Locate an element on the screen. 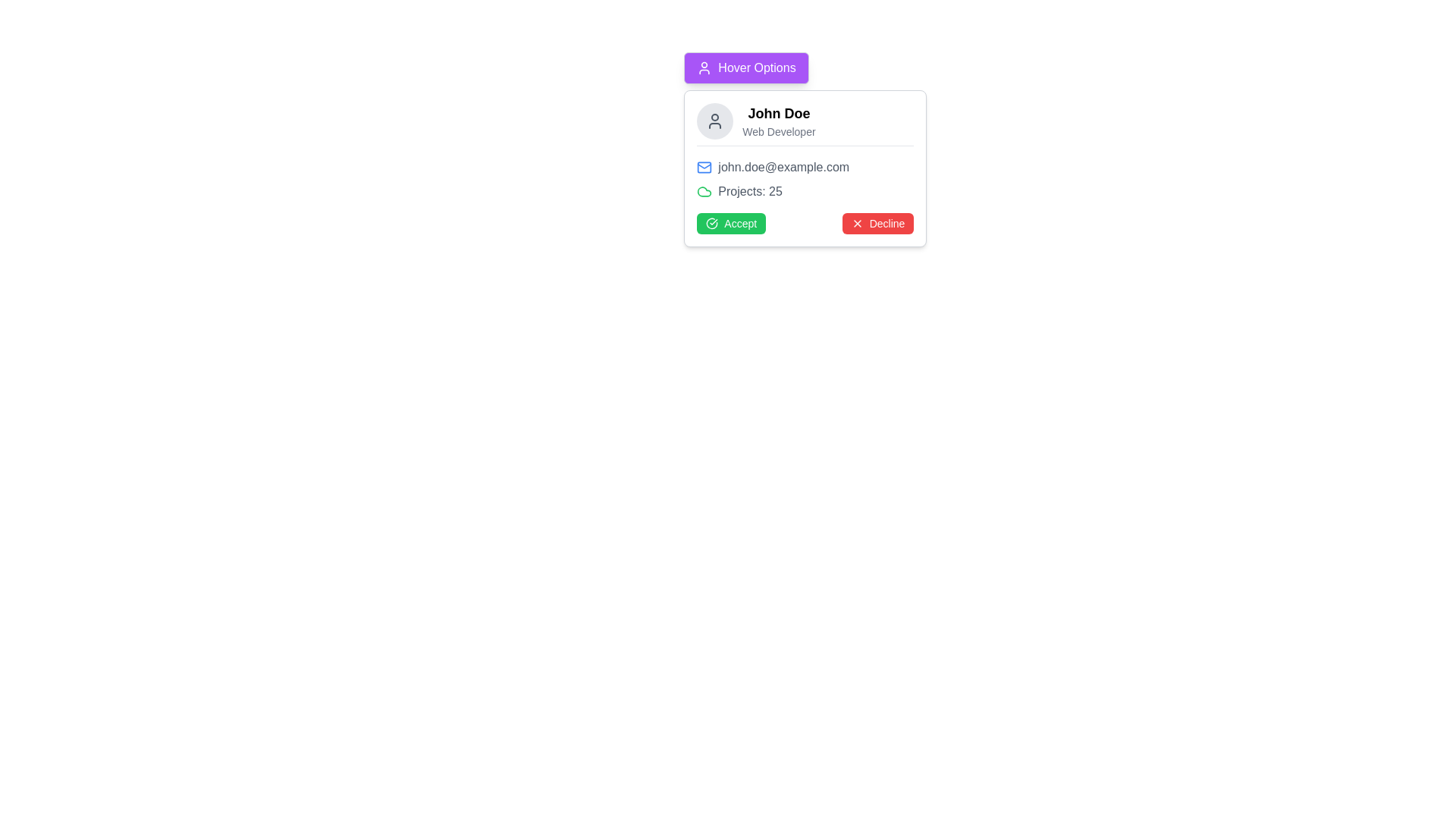 Image resolution: width=1456 pixels, height=819 pixels. the decorative icon located at the leftmost side of the 'Hover Options' button, which enhances the button's visual appeal and indicates user-related options is located at coordinates (704, 67).